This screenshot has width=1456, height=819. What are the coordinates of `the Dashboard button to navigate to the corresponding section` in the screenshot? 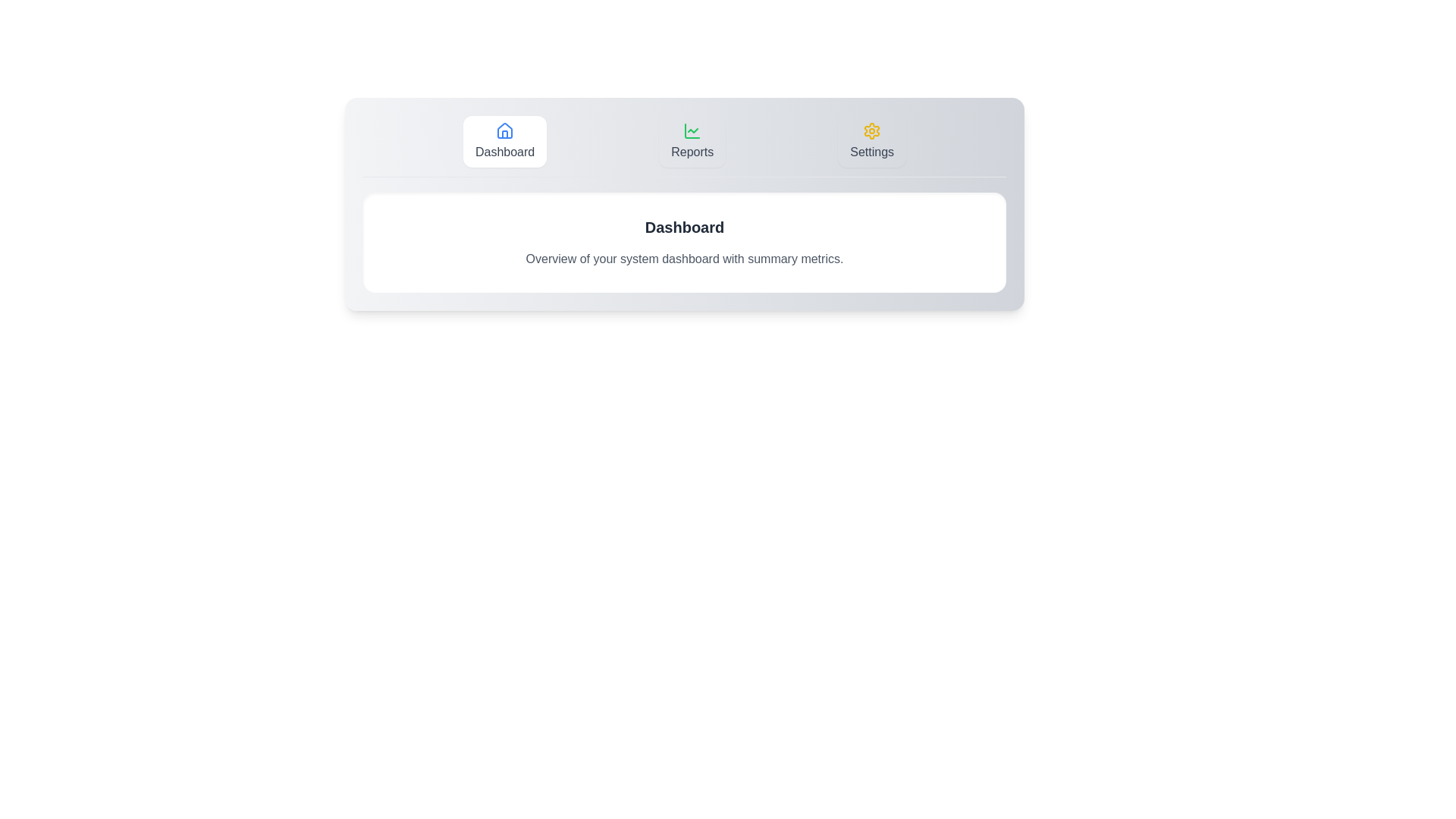 It's located at (505, 141).